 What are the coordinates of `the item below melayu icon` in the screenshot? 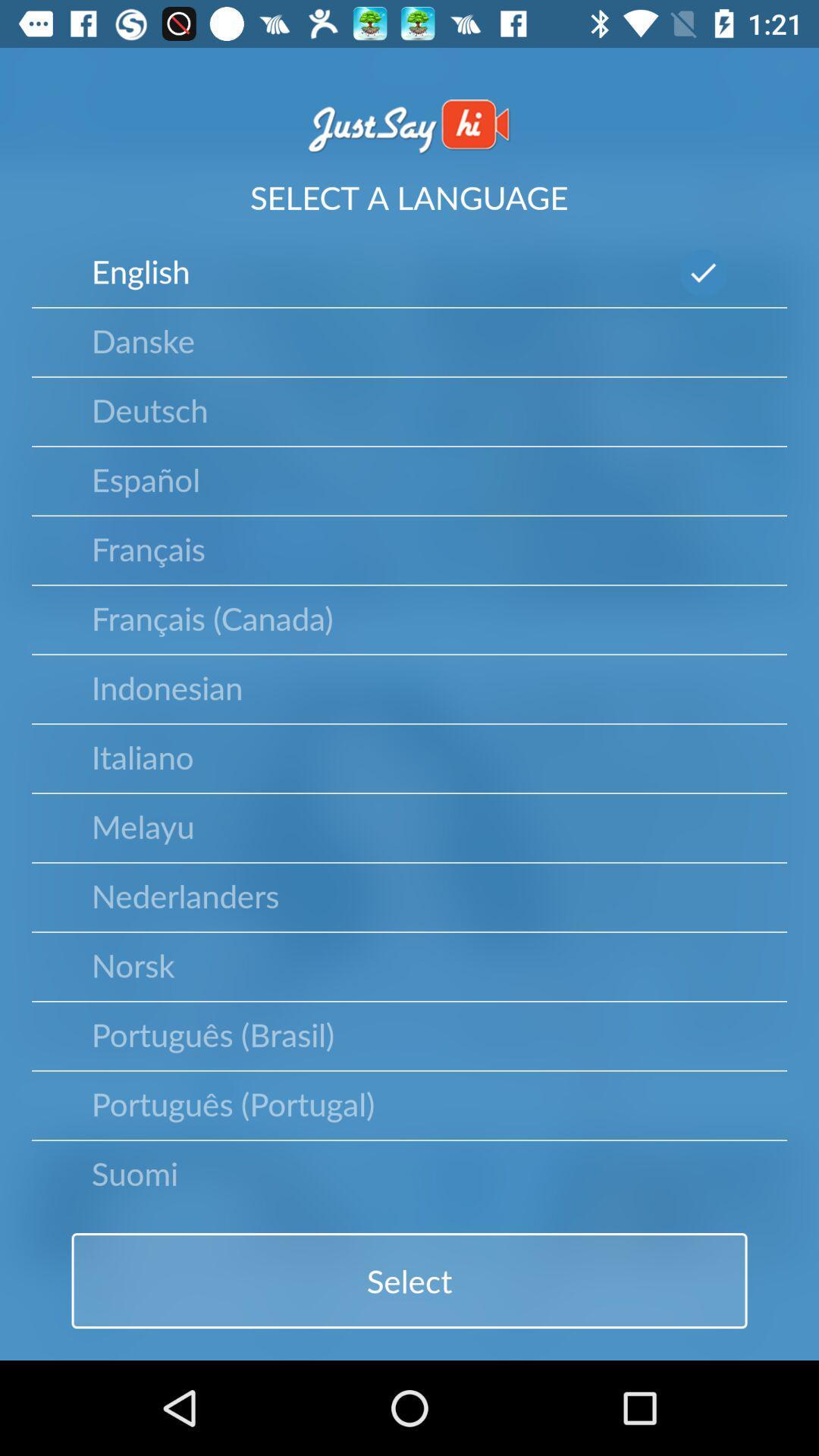 It's located at (184, 895).